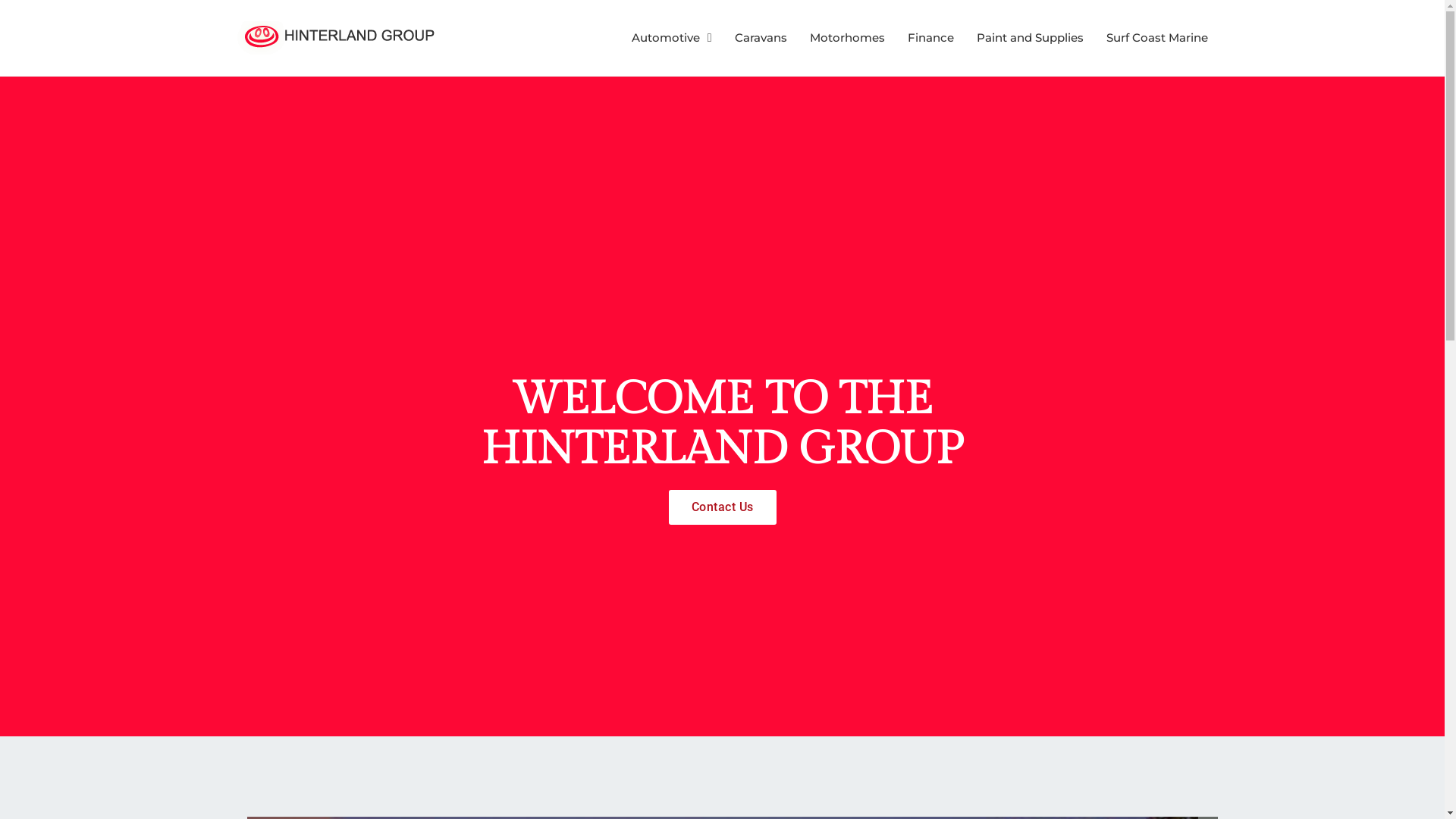  Describe the element at coordinates (668, 507) in the screenshot. I see `'Contact Us'` at that location.